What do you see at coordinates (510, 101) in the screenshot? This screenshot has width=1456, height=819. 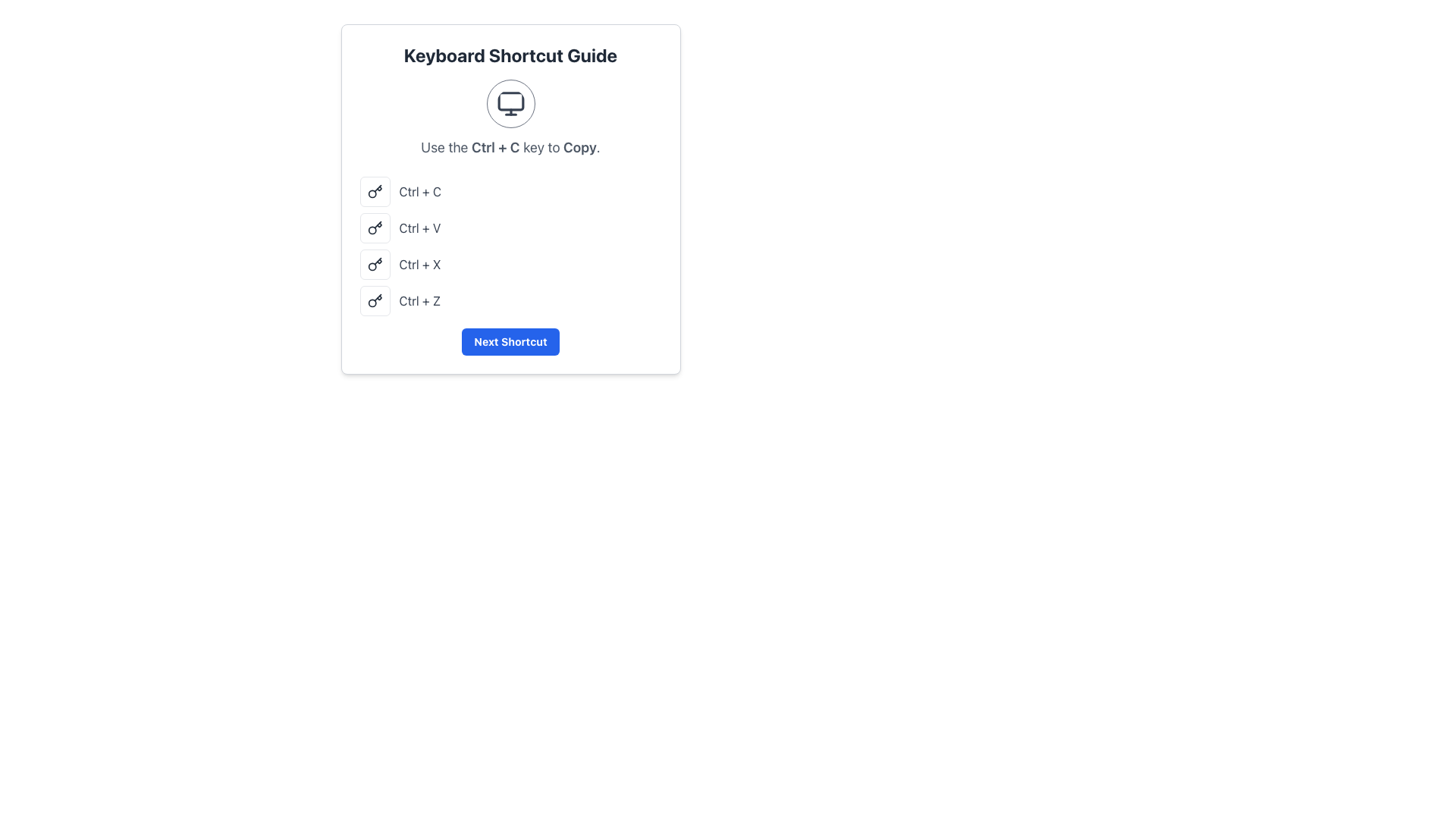 I see `the decorative graphic element that symbolizes a monitor, positioned at the top center of the interface within a circular border` at bounding box center [510, 101].